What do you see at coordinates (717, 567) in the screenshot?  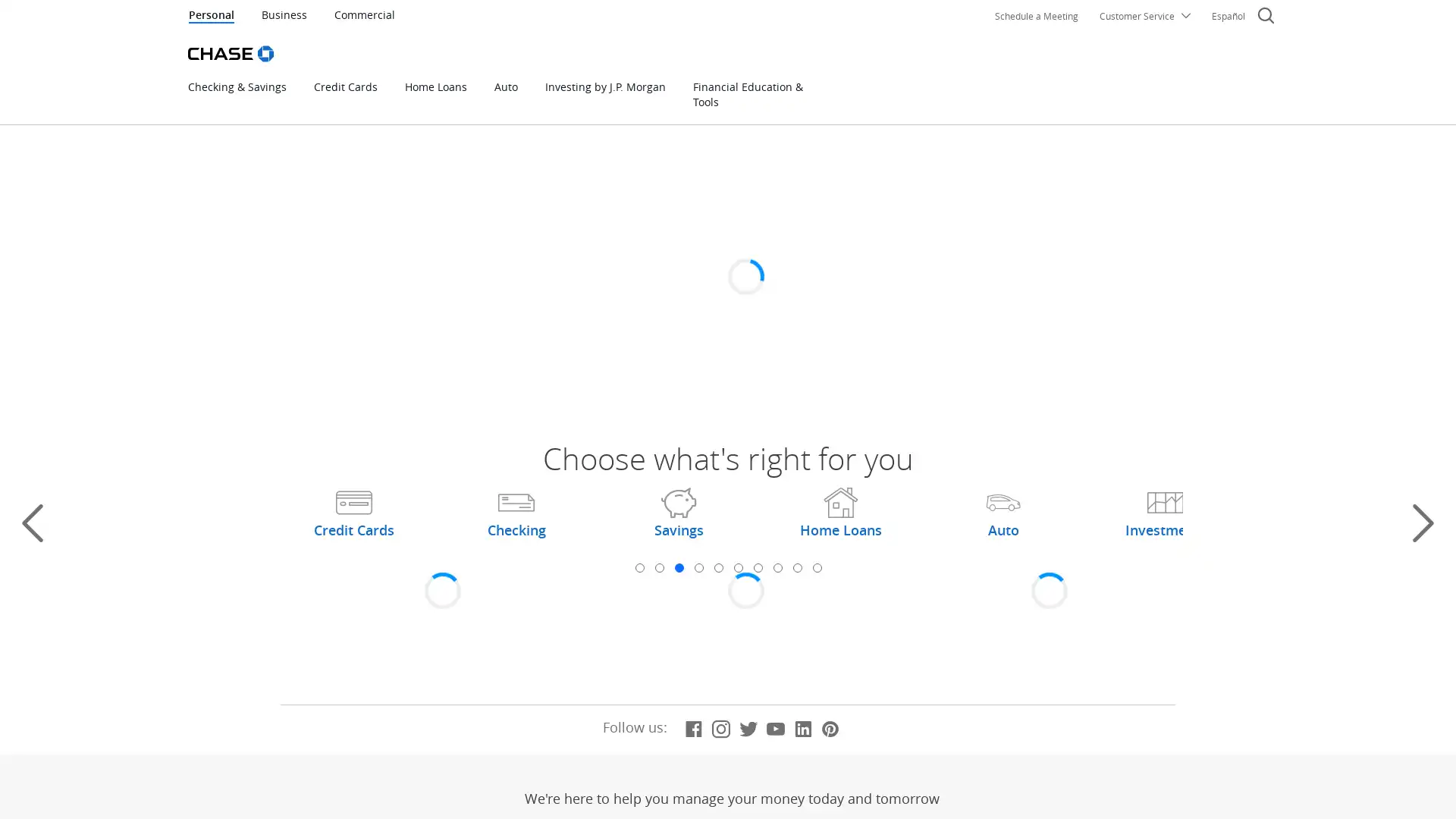 I see `Slide 5 of 10` at bounding box center [717, 567].